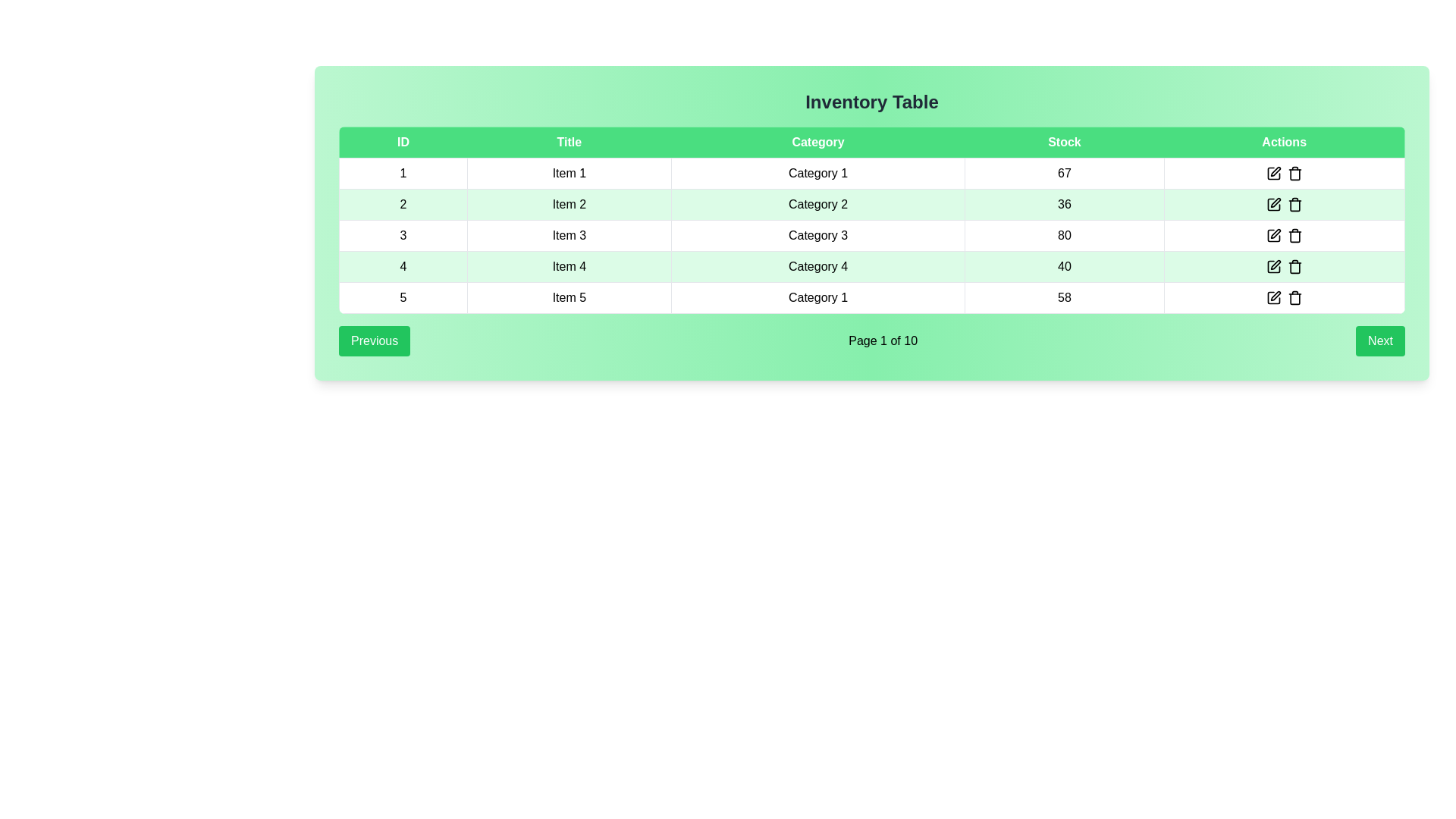  Describe the element at coordinates (1274, 265) in the screenshot. I see `the edit icon located in the 'Actions' column of the fourth row in the table interface` at that location.